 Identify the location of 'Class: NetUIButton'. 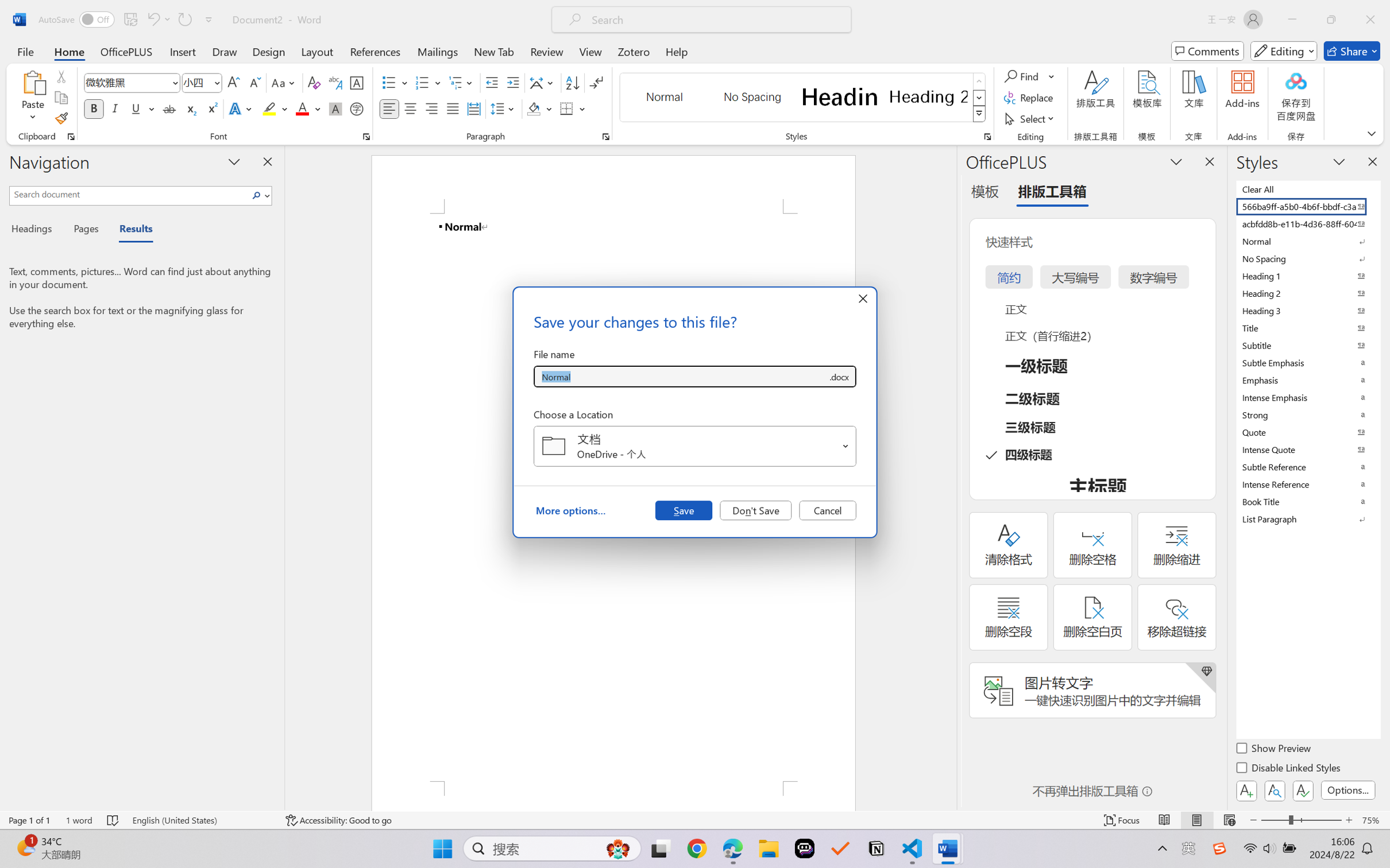
(1303, 790).